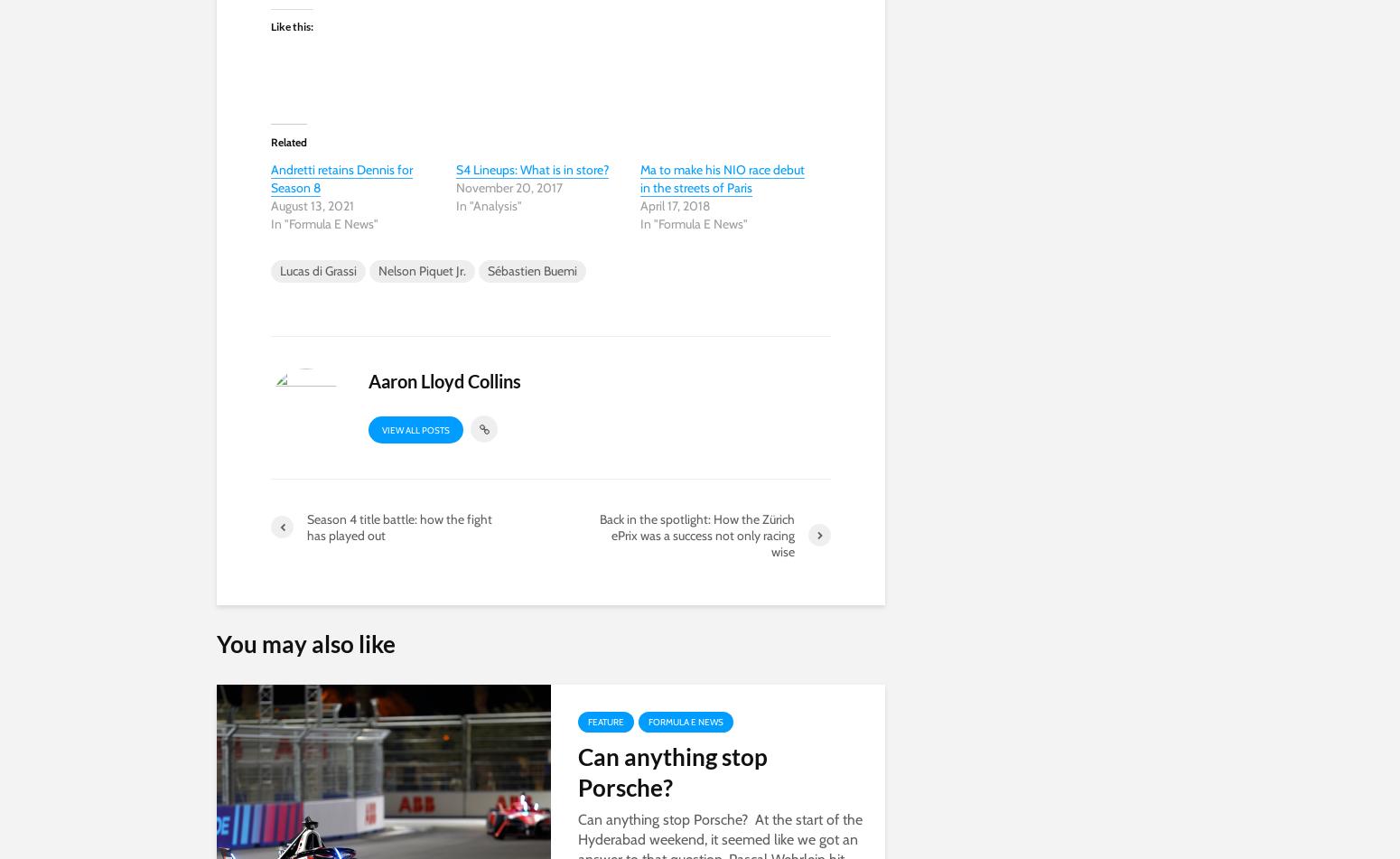 The width and height of the screenshot is (1400, 859). Describe the element at coordinates (697, 533) in the screenshot. I see `'Back in the spotlight: How the Zürich ePrix was a success not only racing wise'` at that location.